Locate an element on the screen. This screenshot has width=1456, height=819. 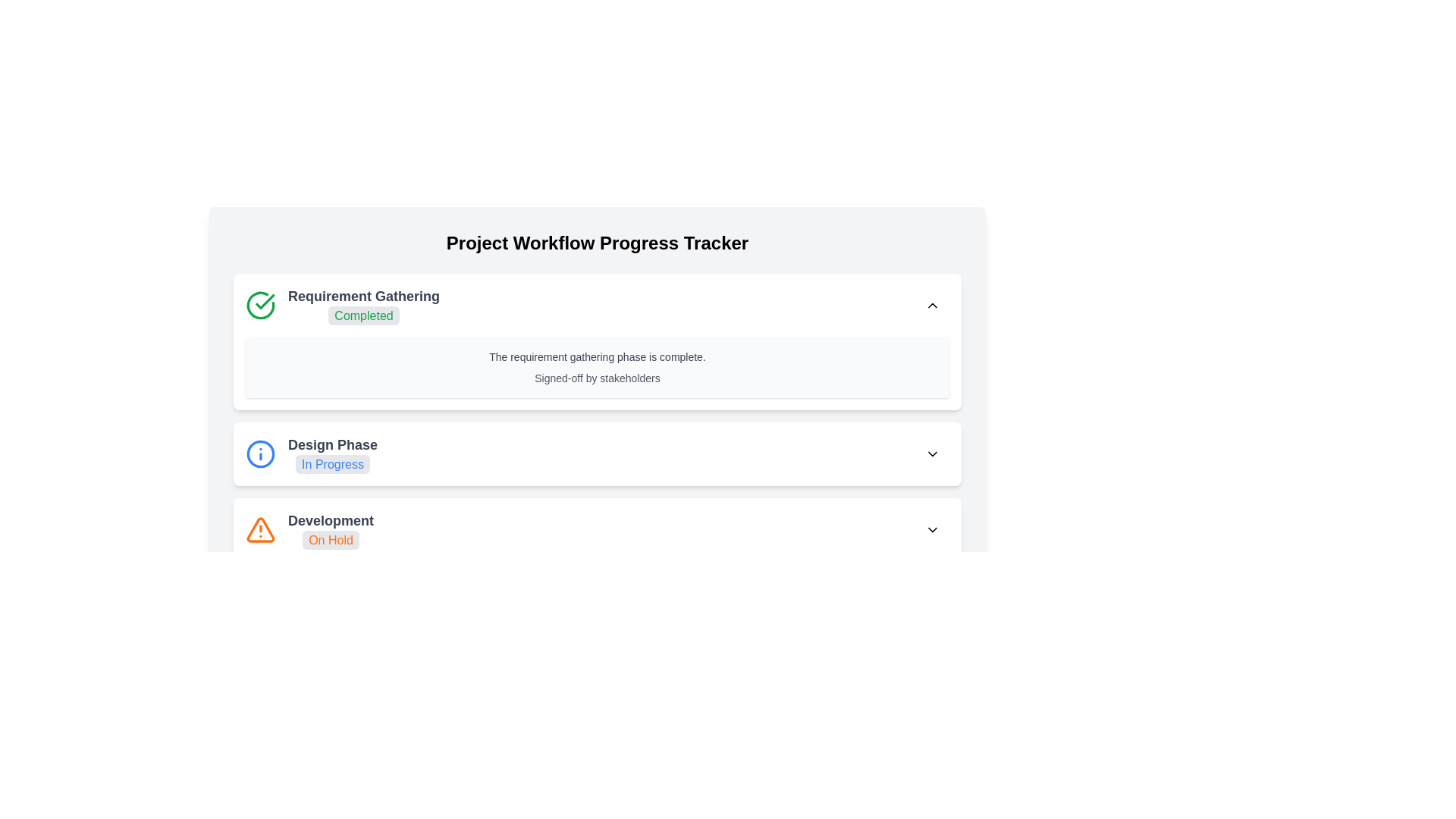
the completed status icon for the 'Requirement Gathering' workflow step, which is located on the left side of the section title is located at coordinates (265, 301).